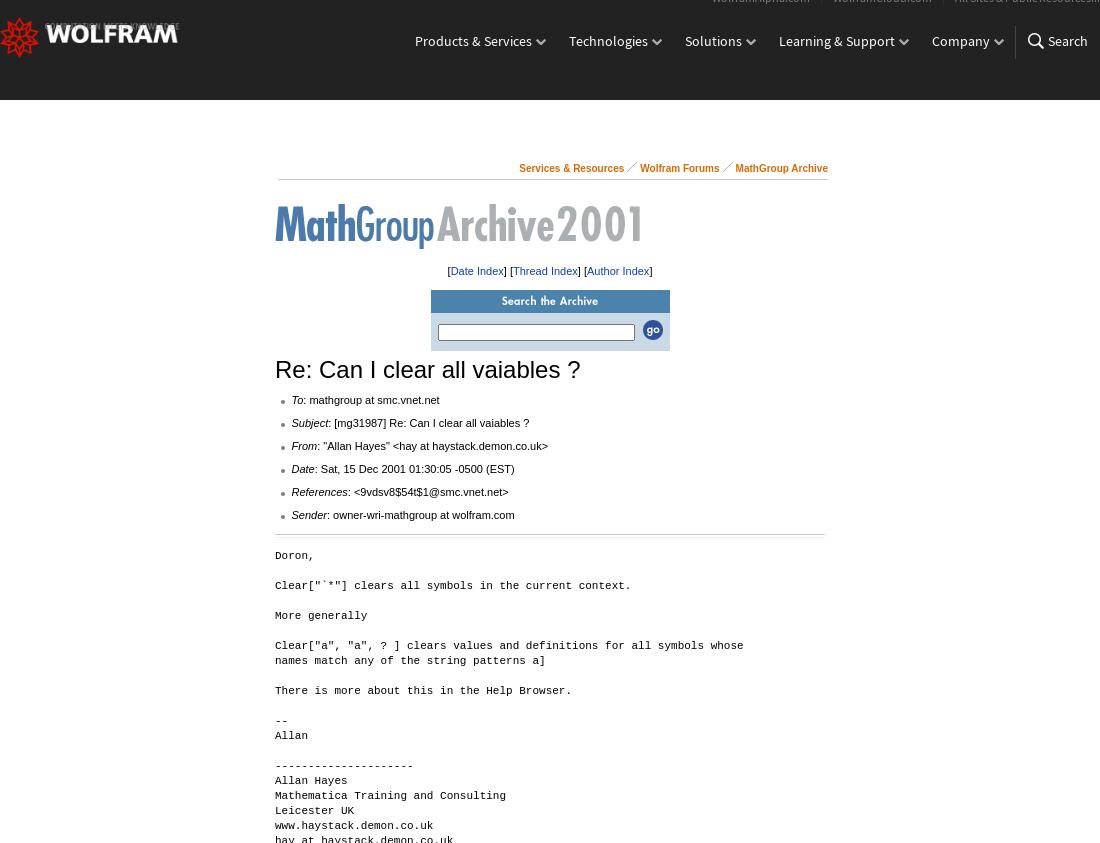 This screenshot has height=843, width=1100. I want to click on 'Solutions', so click(712, 55).